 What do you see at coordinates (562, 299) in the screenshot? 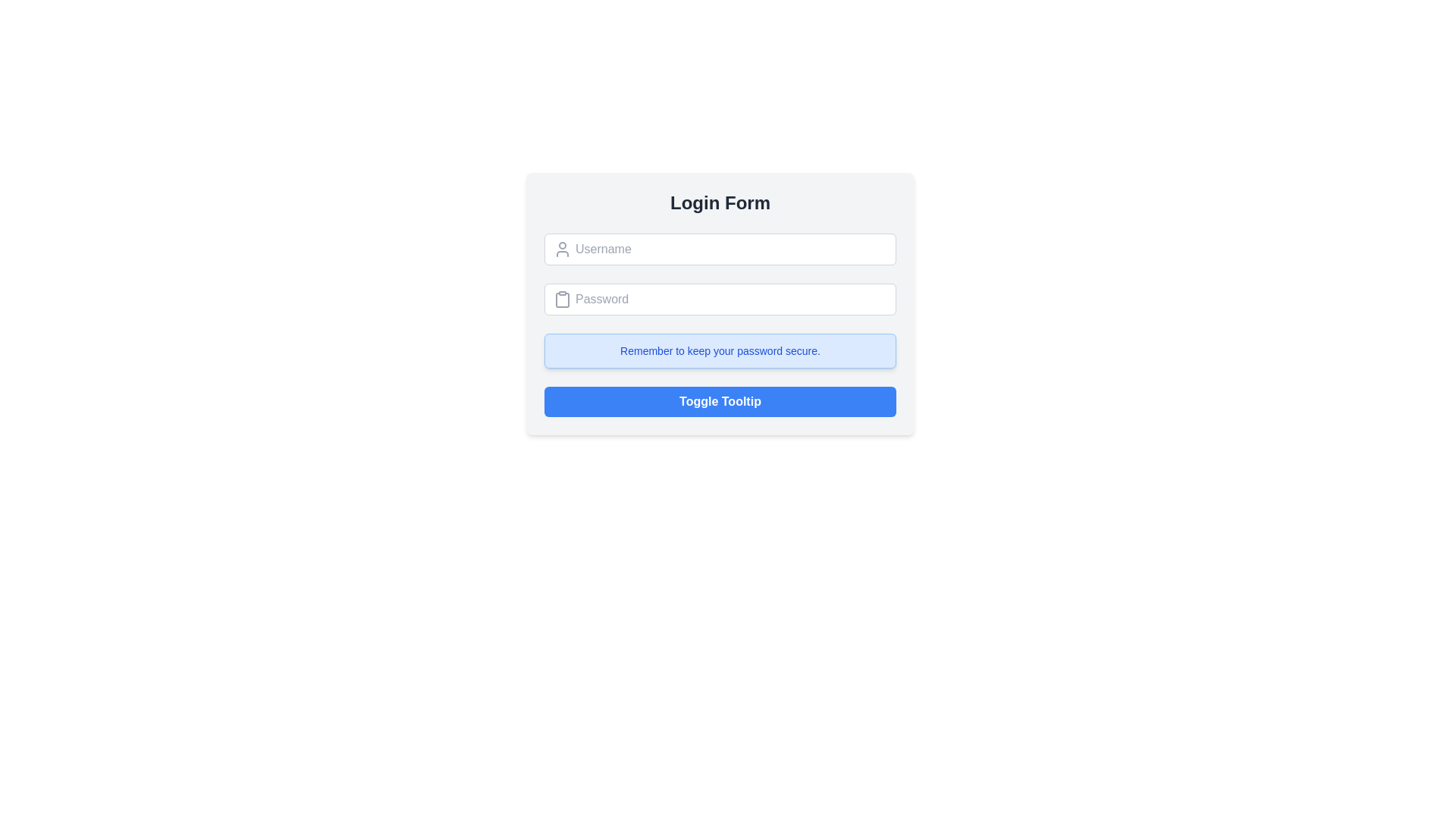
I see `the clipboard-style icon graphic, which is gray in color and located to the left of the password input field, slightly above the center of the bounding box` at bounding box center [562, 299].